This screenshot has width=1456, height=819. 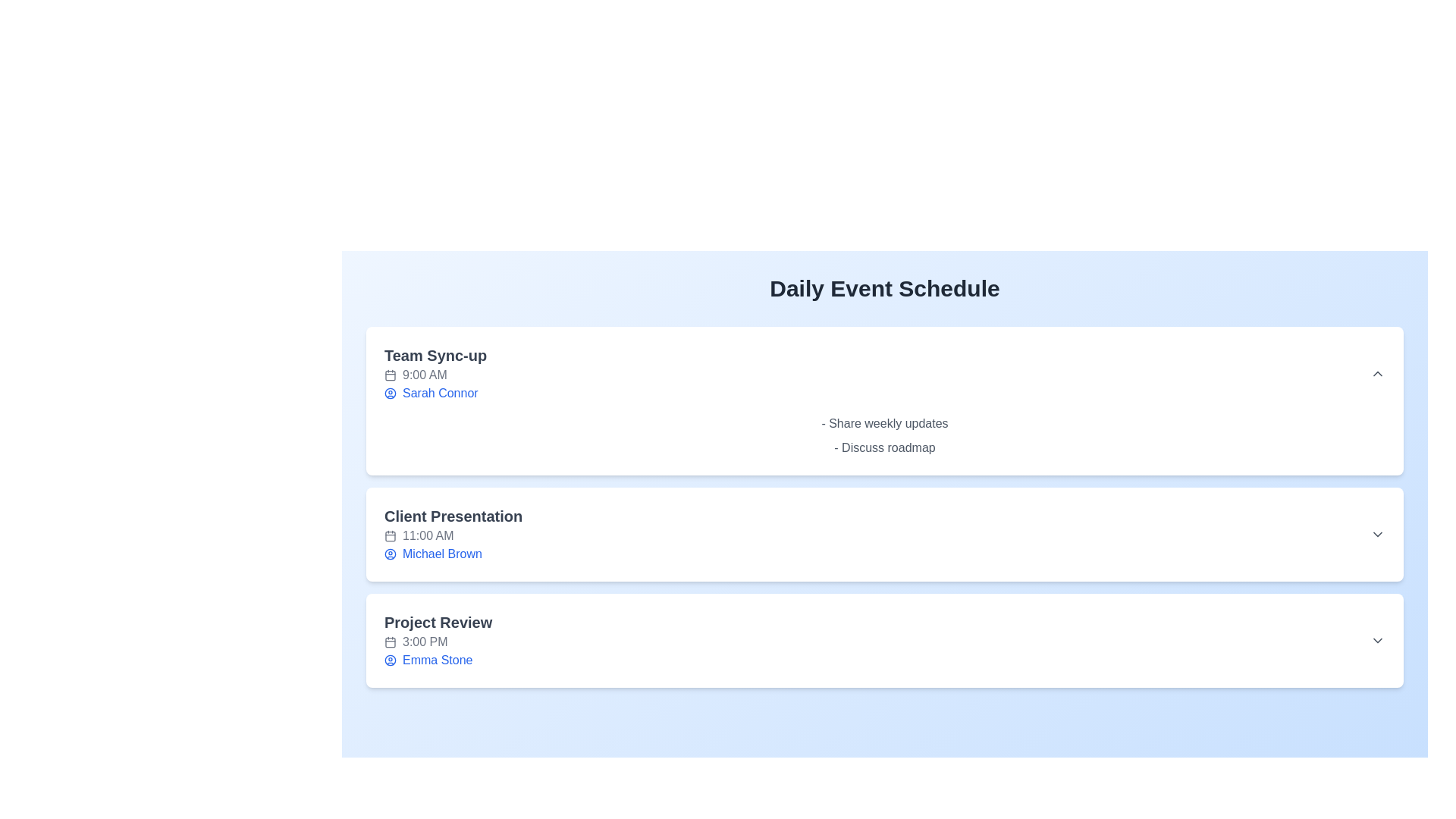 What do you see at coordinates (390, 642) in the screenshot?
I see `the decorative rectangular element with rounded corners inside the calendar icon in the third event card, 'Project Review', located before the time '3:00 PM'` at bounding box center [390, 642].